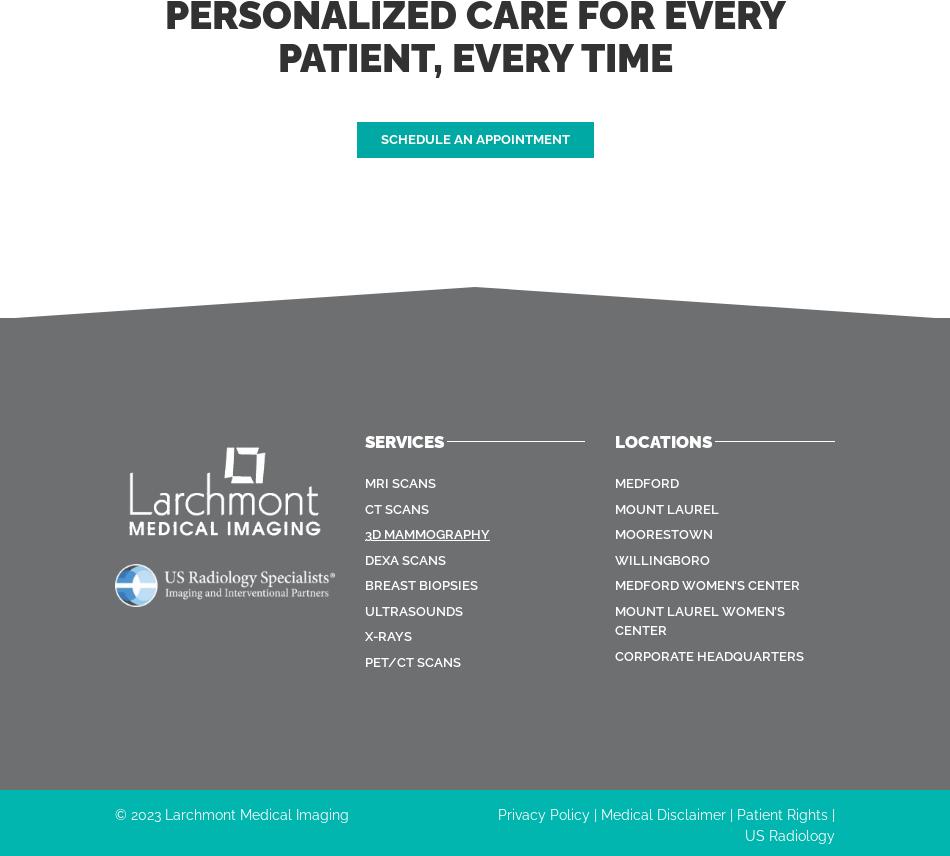  What do you see at coordinates (663, 441) in the screenshot?
I see `'Locations'` at bounding box center [663, 441].